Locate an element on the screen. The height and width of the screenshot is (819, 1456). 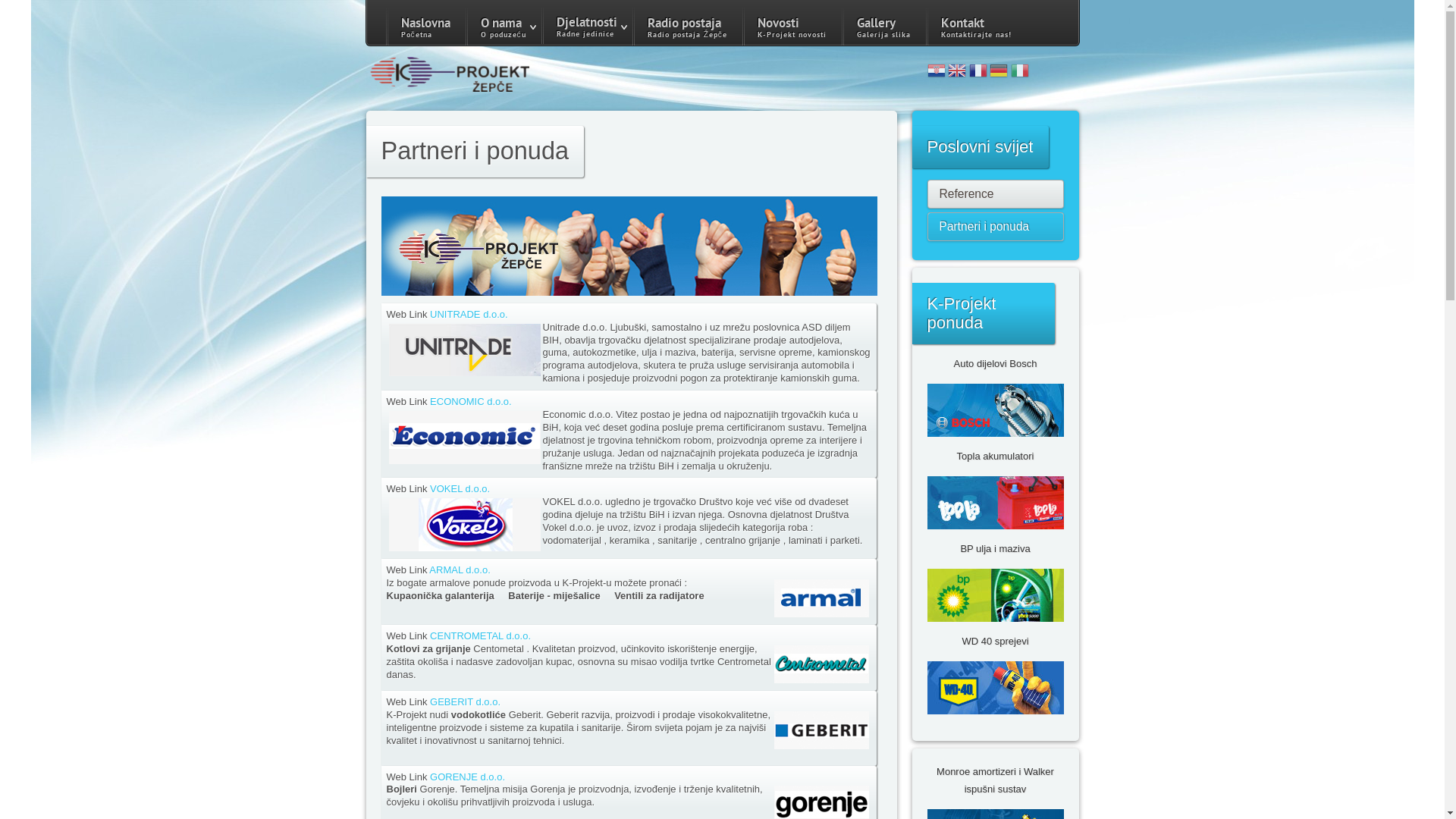
'GORENJE d.o.o.' is located at coordinates (466, 777).